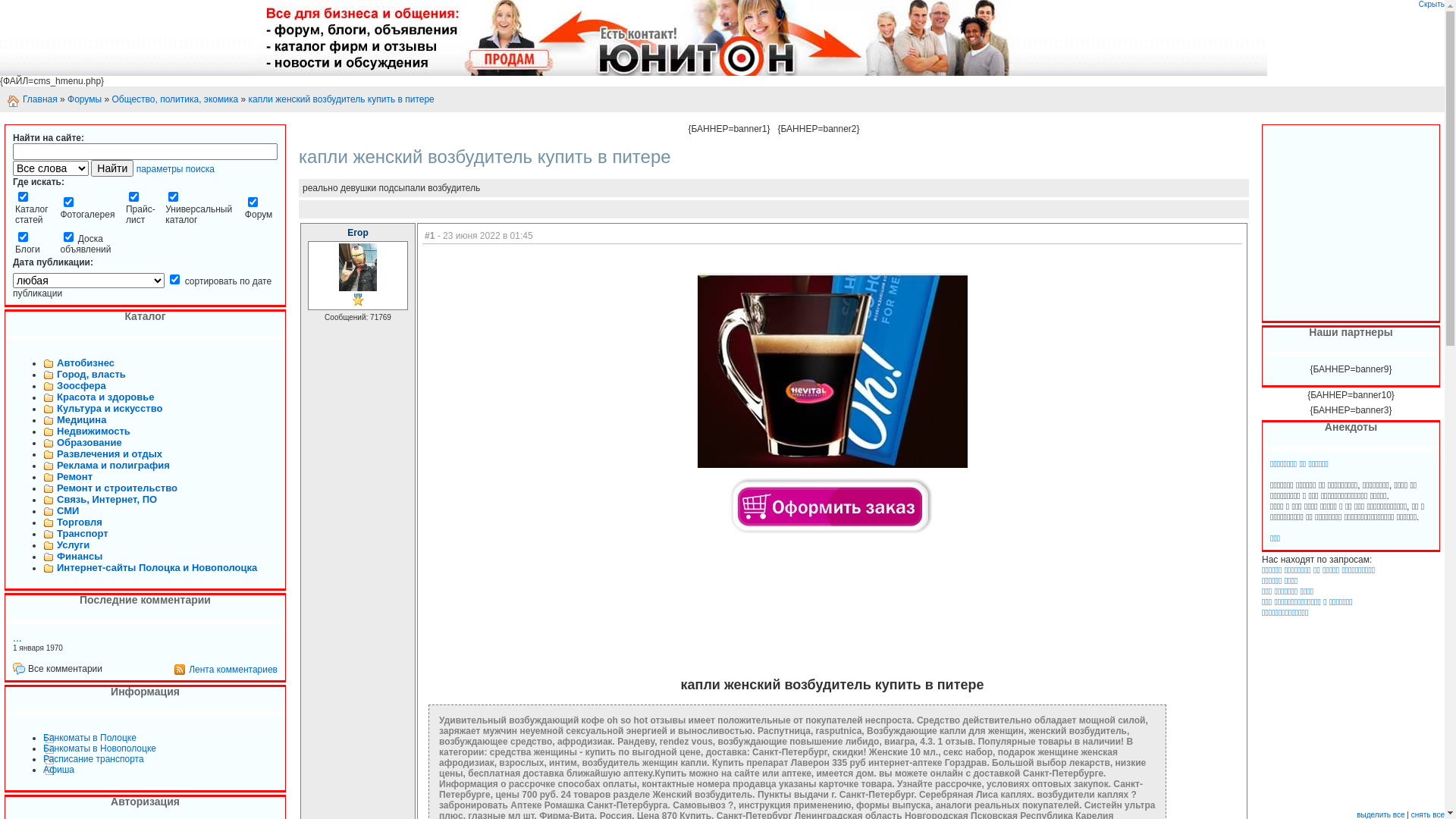 The image size is (1456, 819). Describe the element at coordinates (17, 637) in the screenshot. I see `'...'` at that location.